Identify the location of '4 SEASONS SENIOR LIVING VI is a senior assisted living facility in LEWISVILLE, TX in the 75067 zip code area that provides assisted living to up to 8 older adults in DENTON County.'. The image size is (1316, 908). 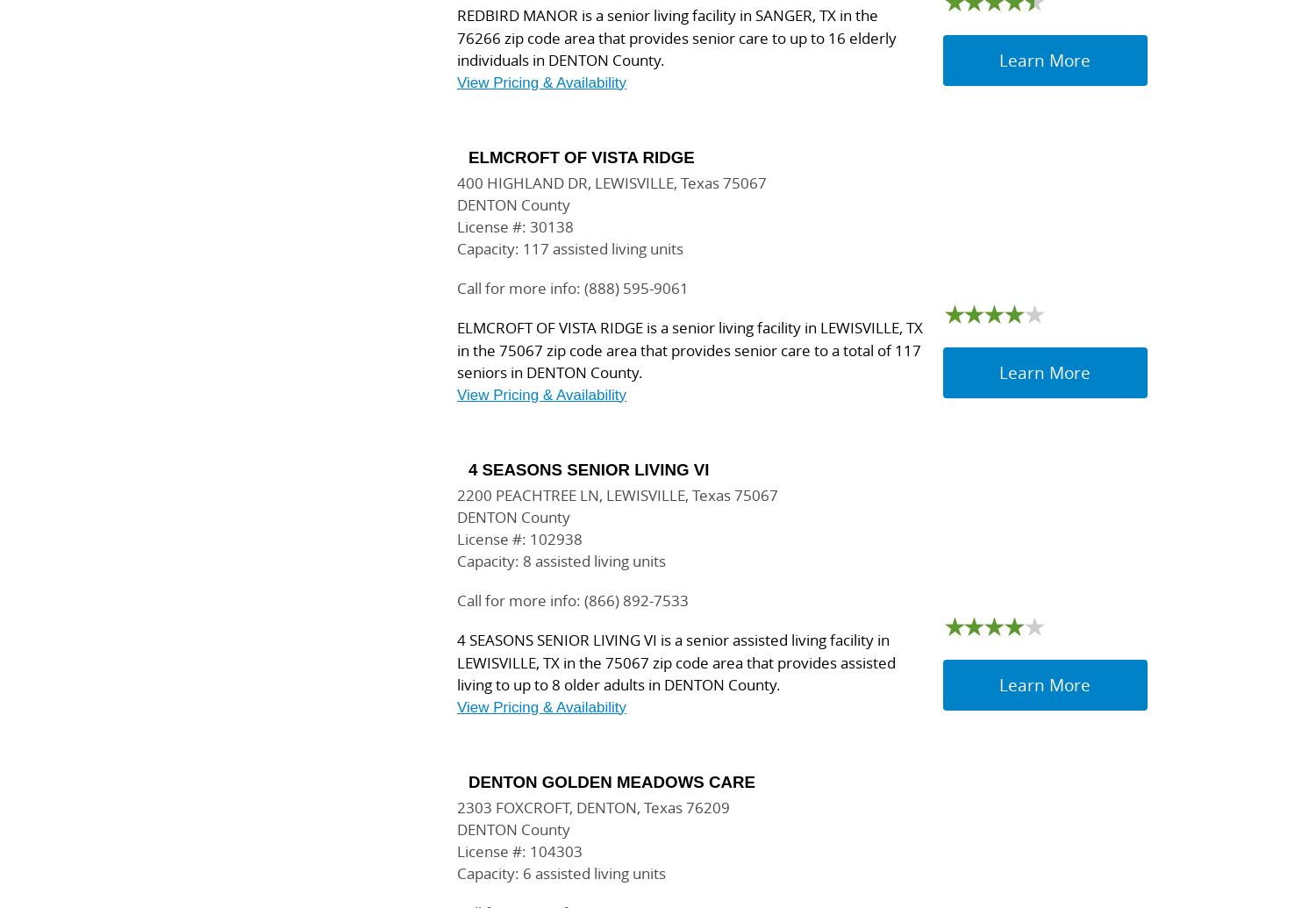
(676, 661).